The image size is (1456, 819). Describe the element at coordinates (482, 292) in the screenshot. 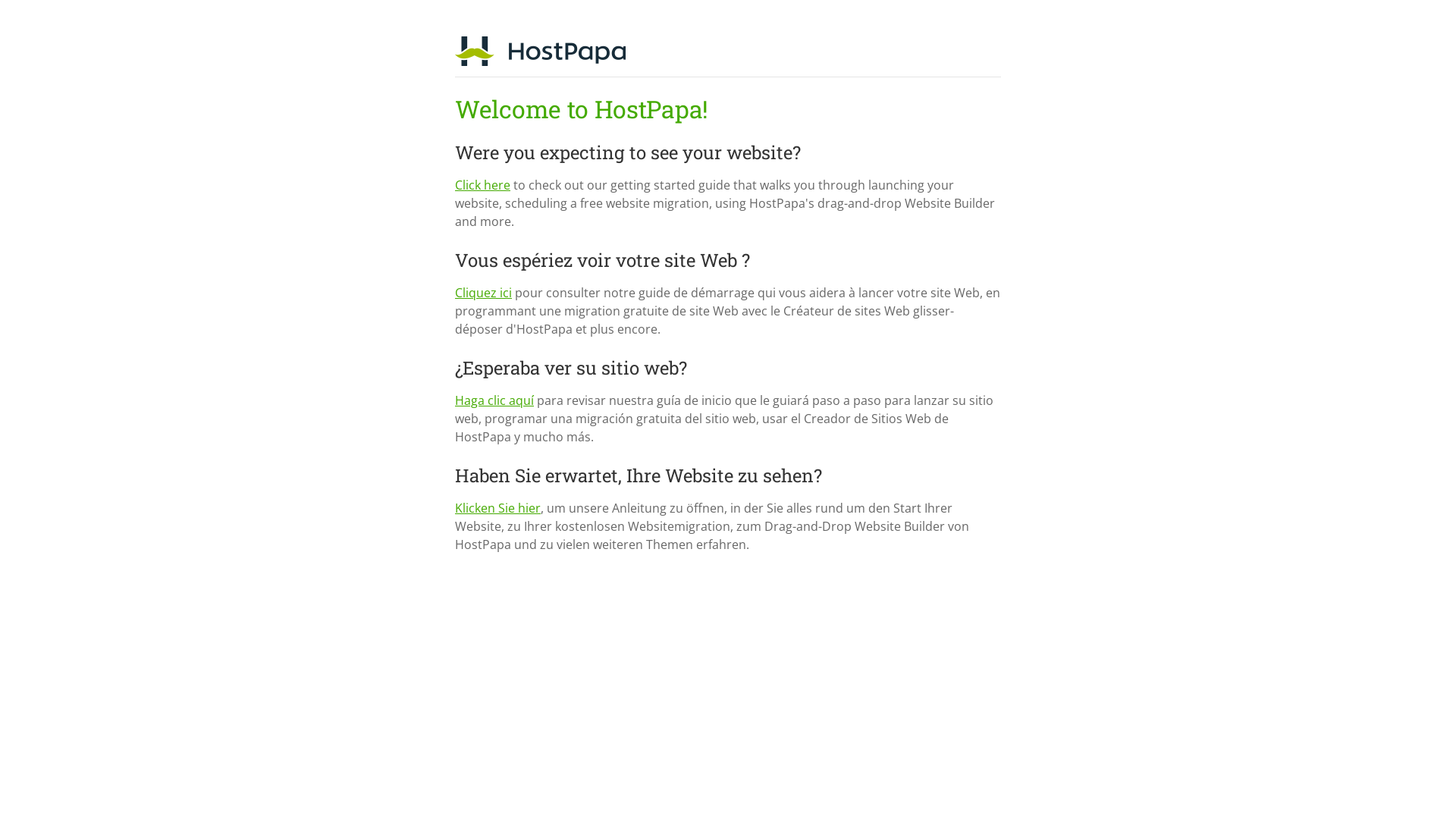

I see `'Cliquez ici'` at that location.